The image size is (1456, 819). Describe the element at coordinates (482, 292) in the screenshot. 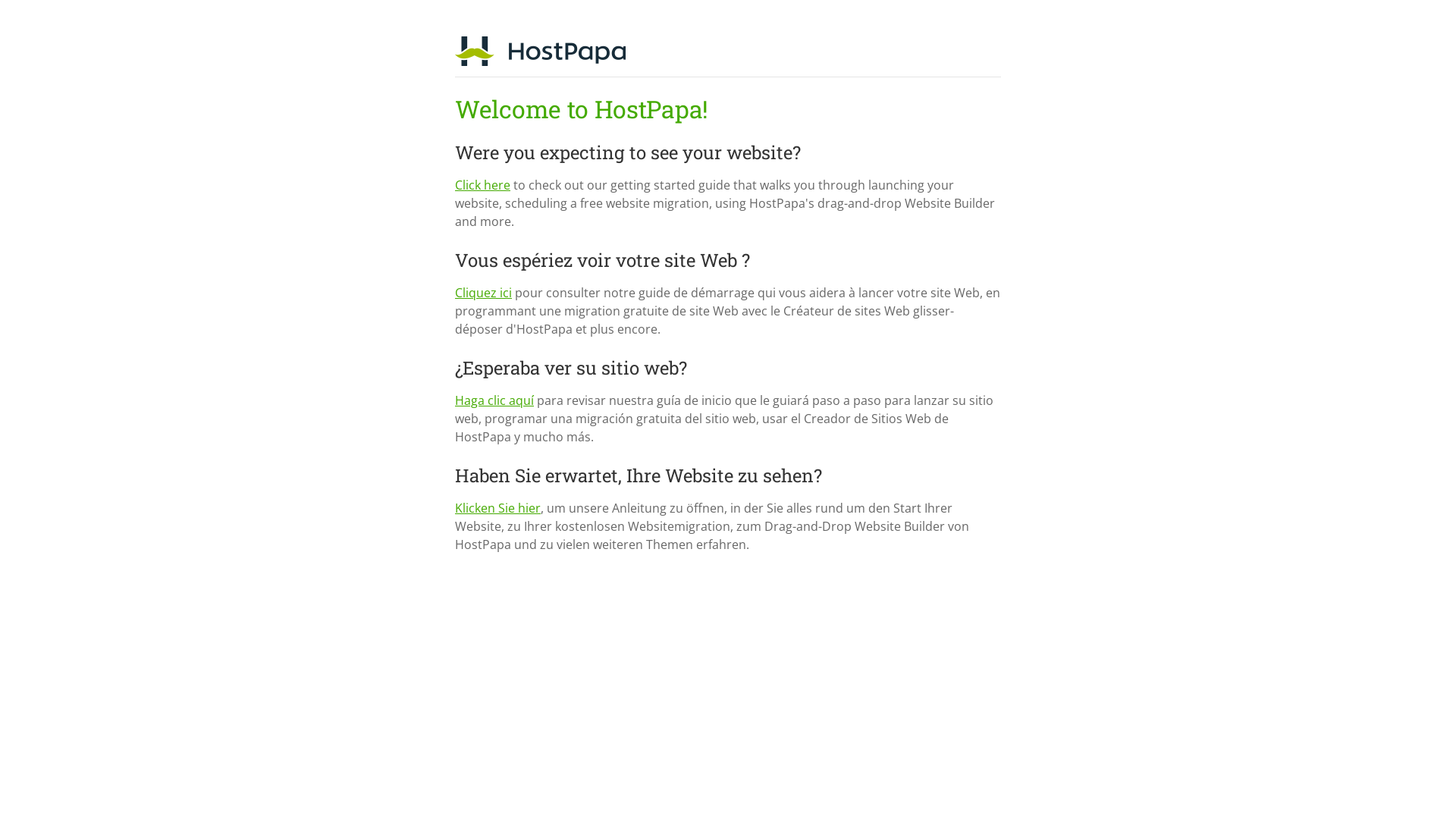

I see `'Cliquez ici'` at that location.